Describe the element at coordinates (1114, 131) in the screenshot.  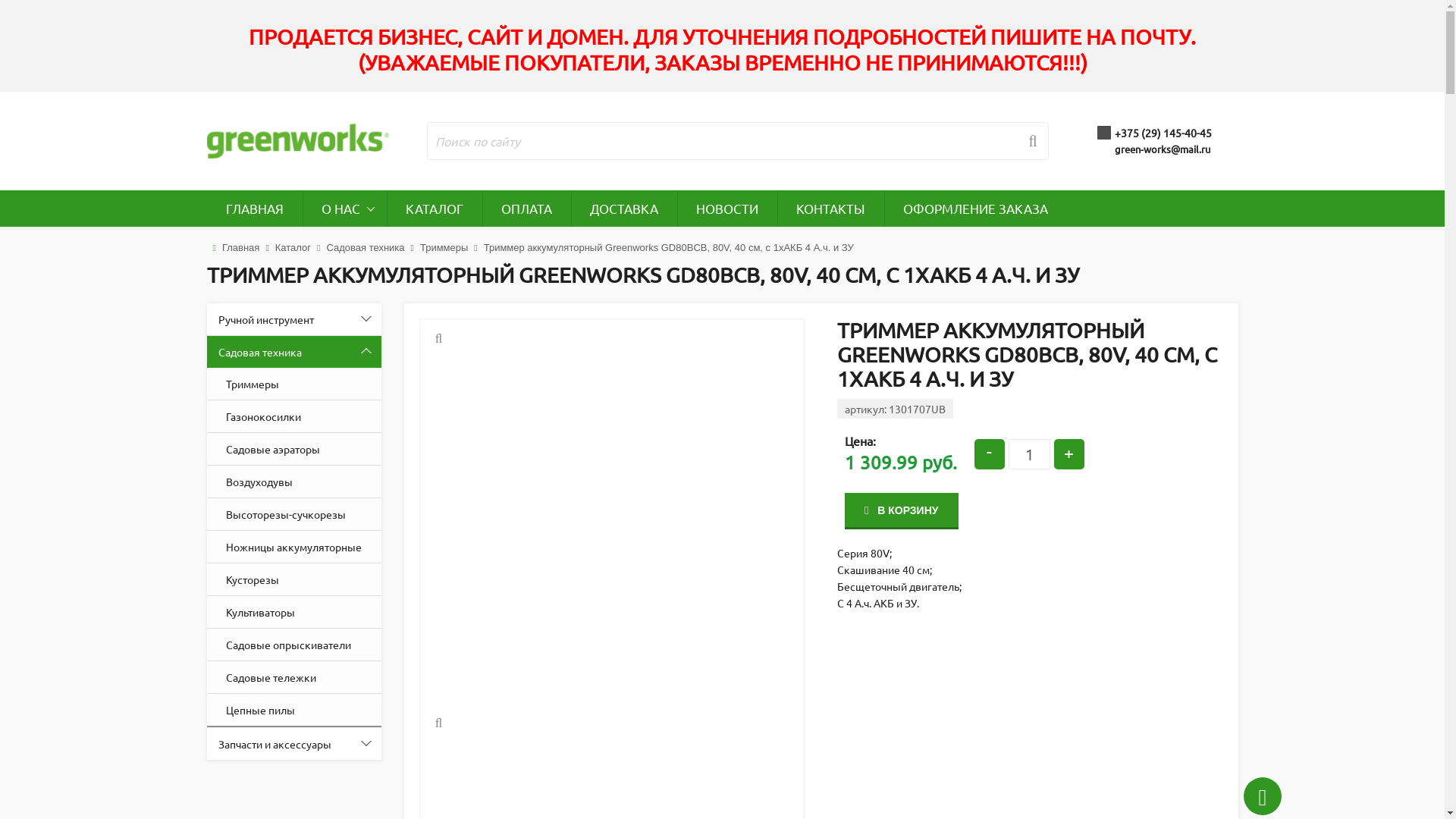
I see `'+375 (29) 145-40-45'` at that location.